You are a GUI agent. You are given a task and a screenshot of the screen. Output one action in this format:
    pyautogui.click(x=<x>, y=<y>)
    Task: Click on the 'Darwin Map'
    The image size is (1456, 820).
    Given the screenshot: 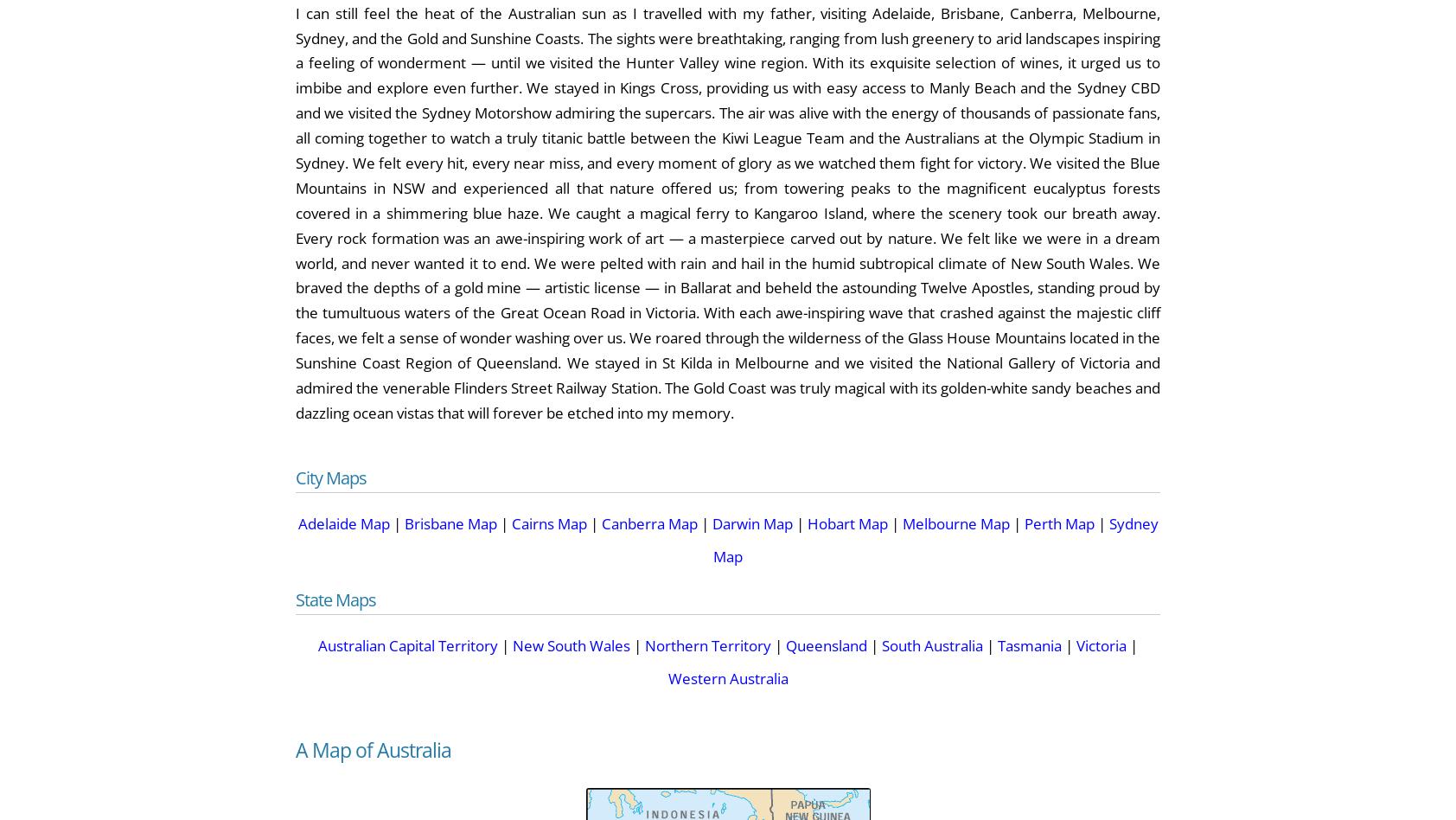 What is the action you would take?
    pyautogui.click(x=750, y=522)
    